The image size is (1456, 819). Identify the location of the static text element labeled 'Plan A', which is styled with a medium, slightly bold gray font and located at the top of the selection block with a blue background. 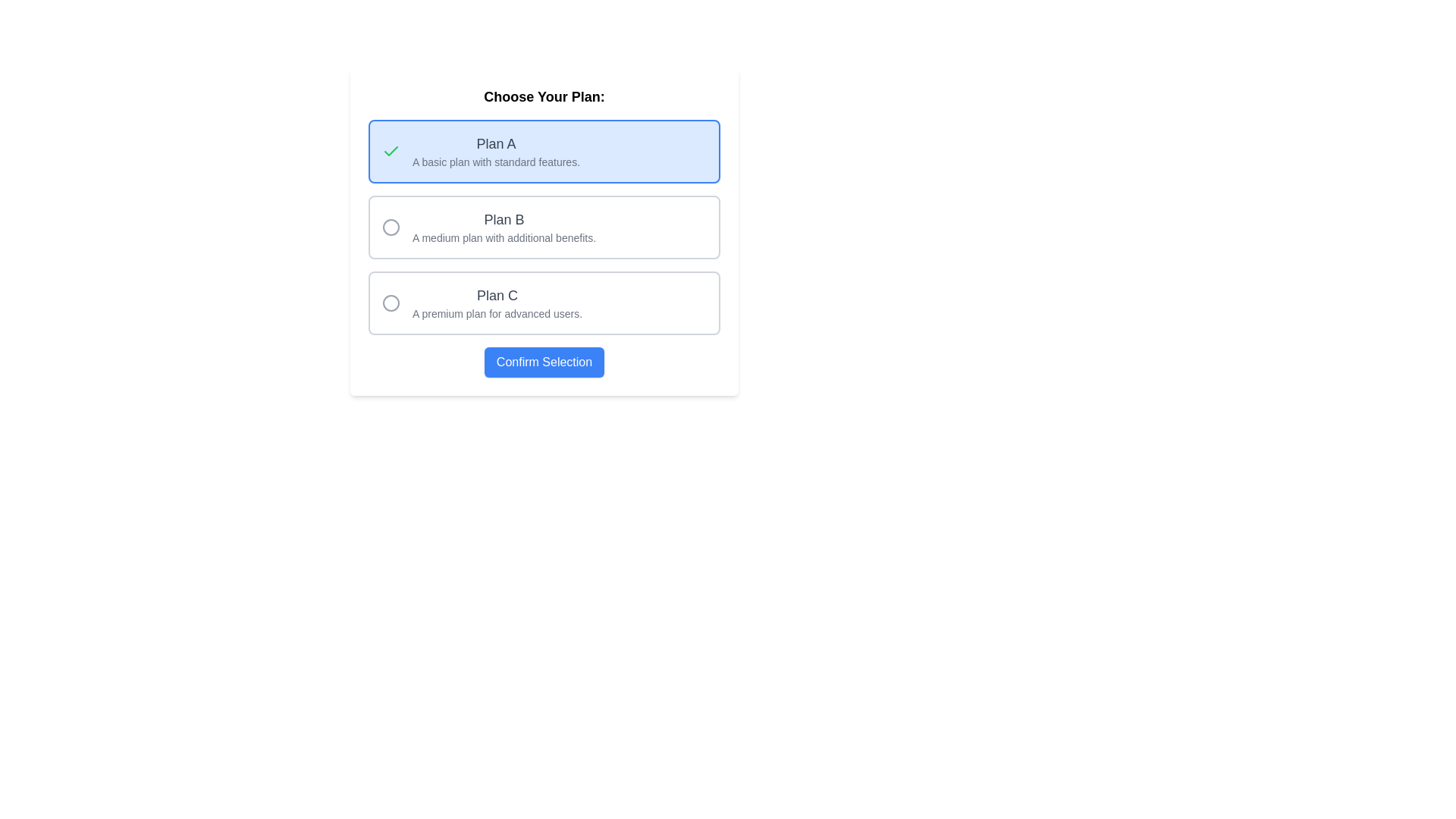
(496, 143).